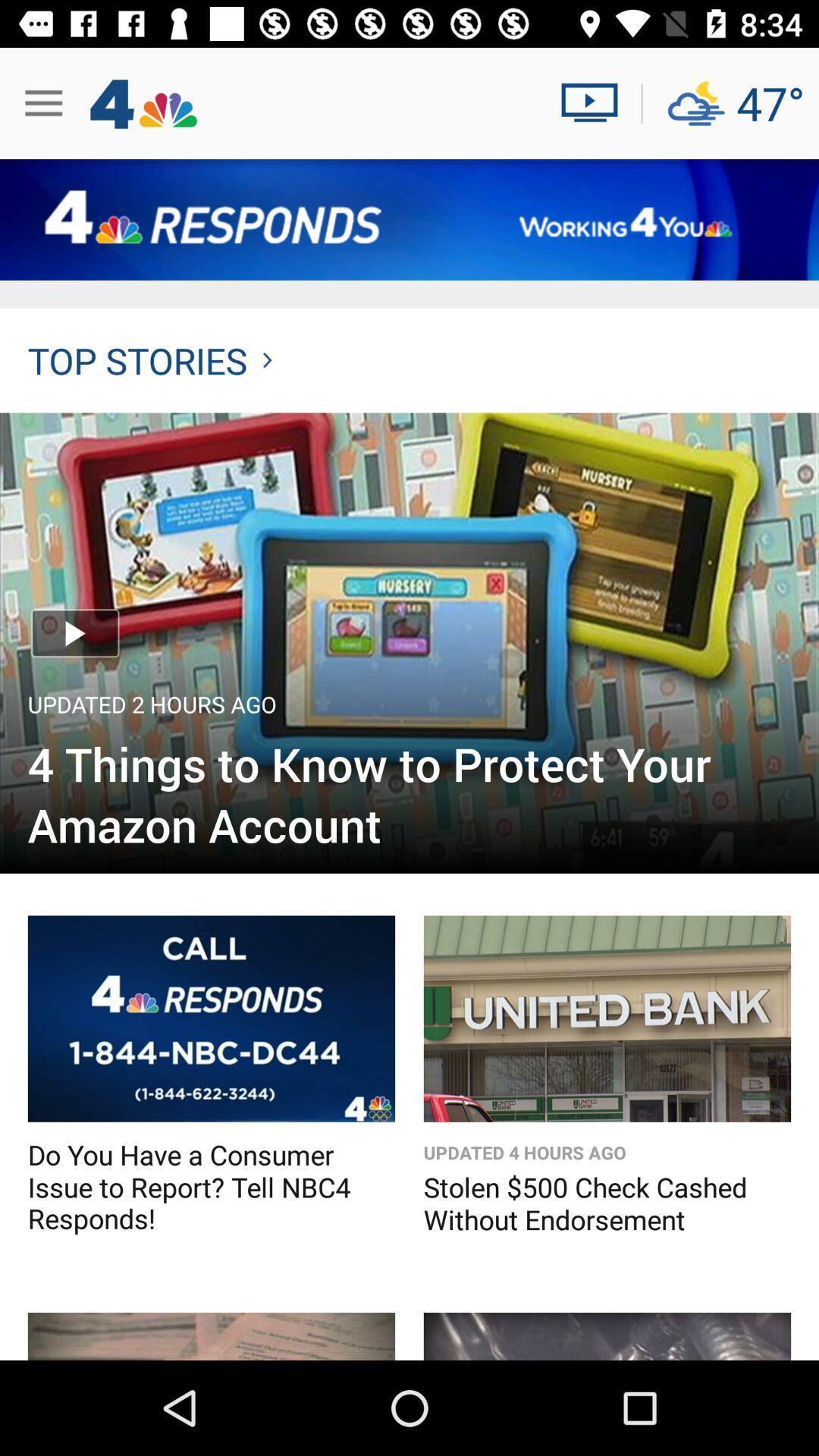 This screenshot has width=819, height=1456. Describe the element at coordinates (149, 359) in the screenshot. I see `the top stories` at that location.